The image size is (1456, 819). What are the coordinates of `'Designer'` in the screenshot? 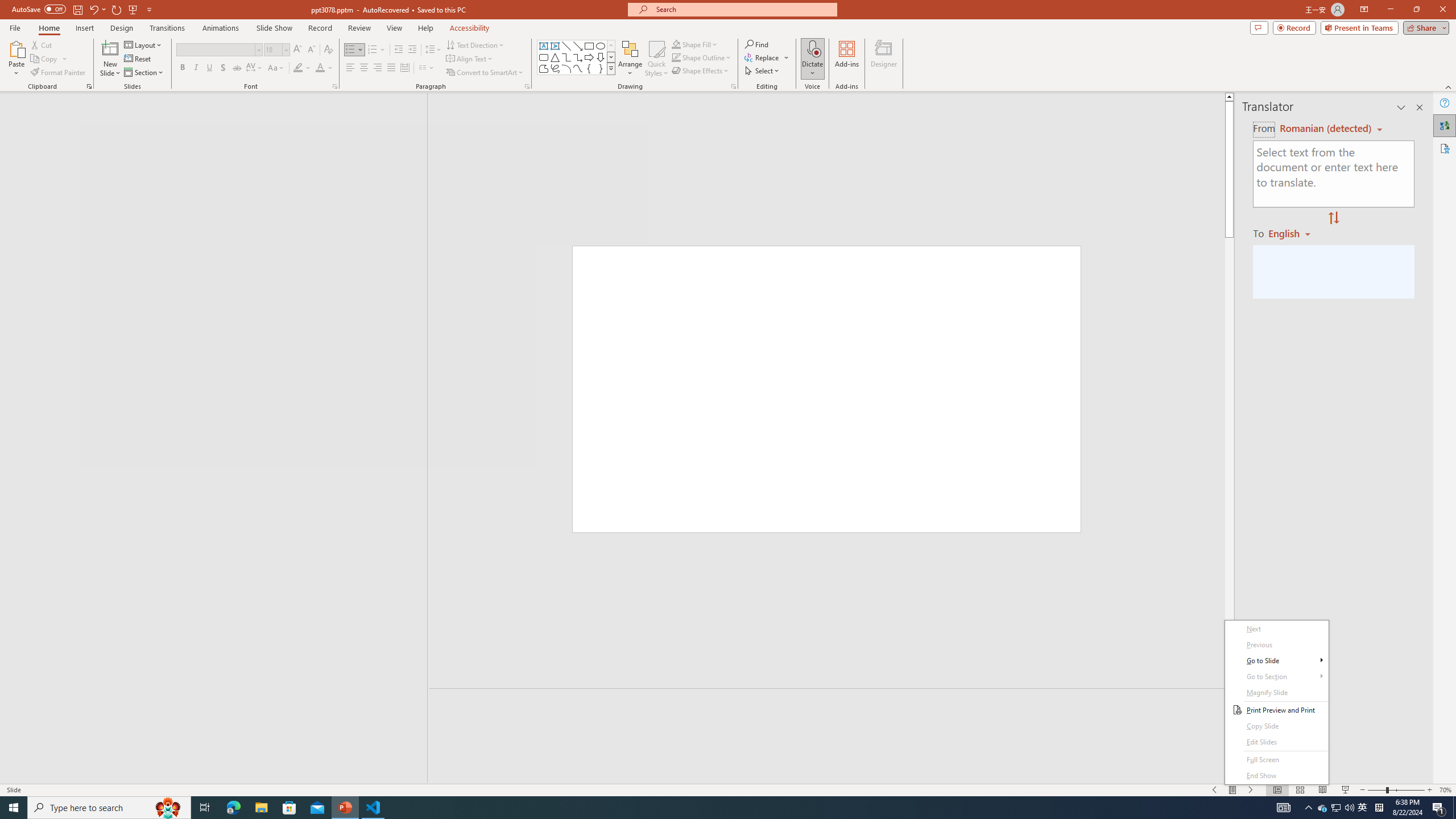 It's located at (883, 59).